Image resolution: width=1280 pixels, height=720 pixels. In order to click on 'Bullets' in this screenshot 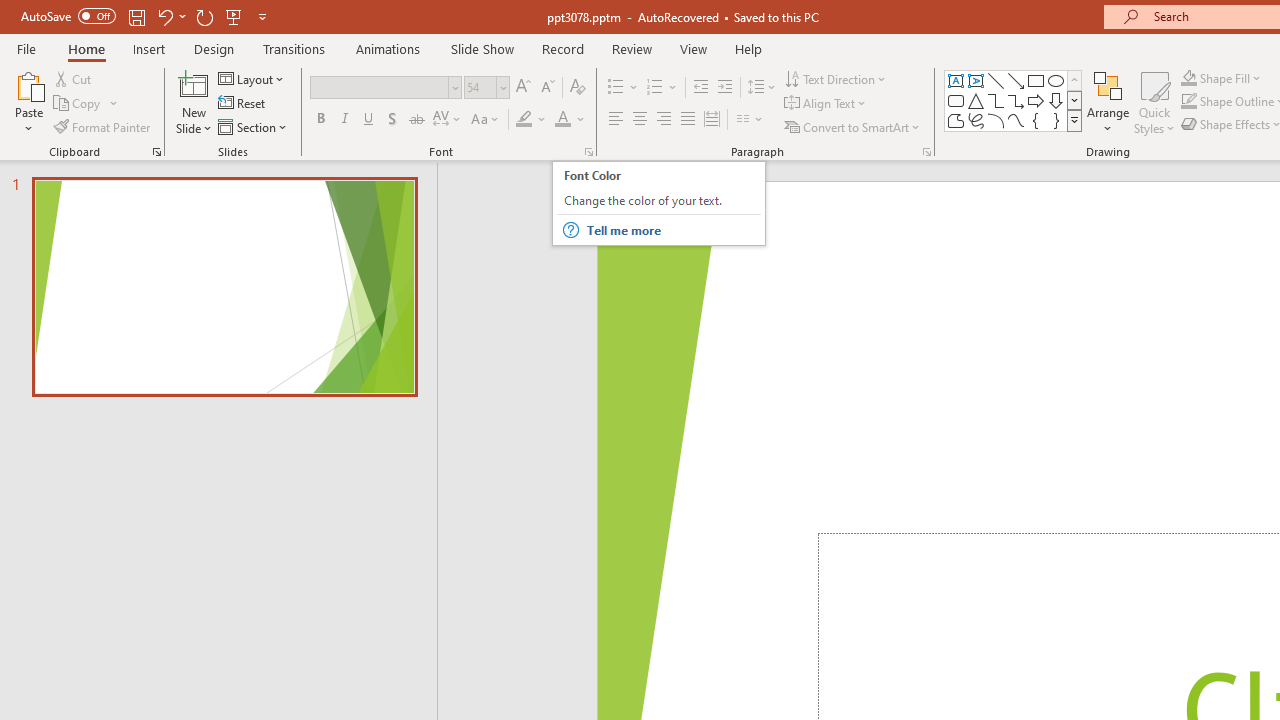, I will do `click(615, 86)`.